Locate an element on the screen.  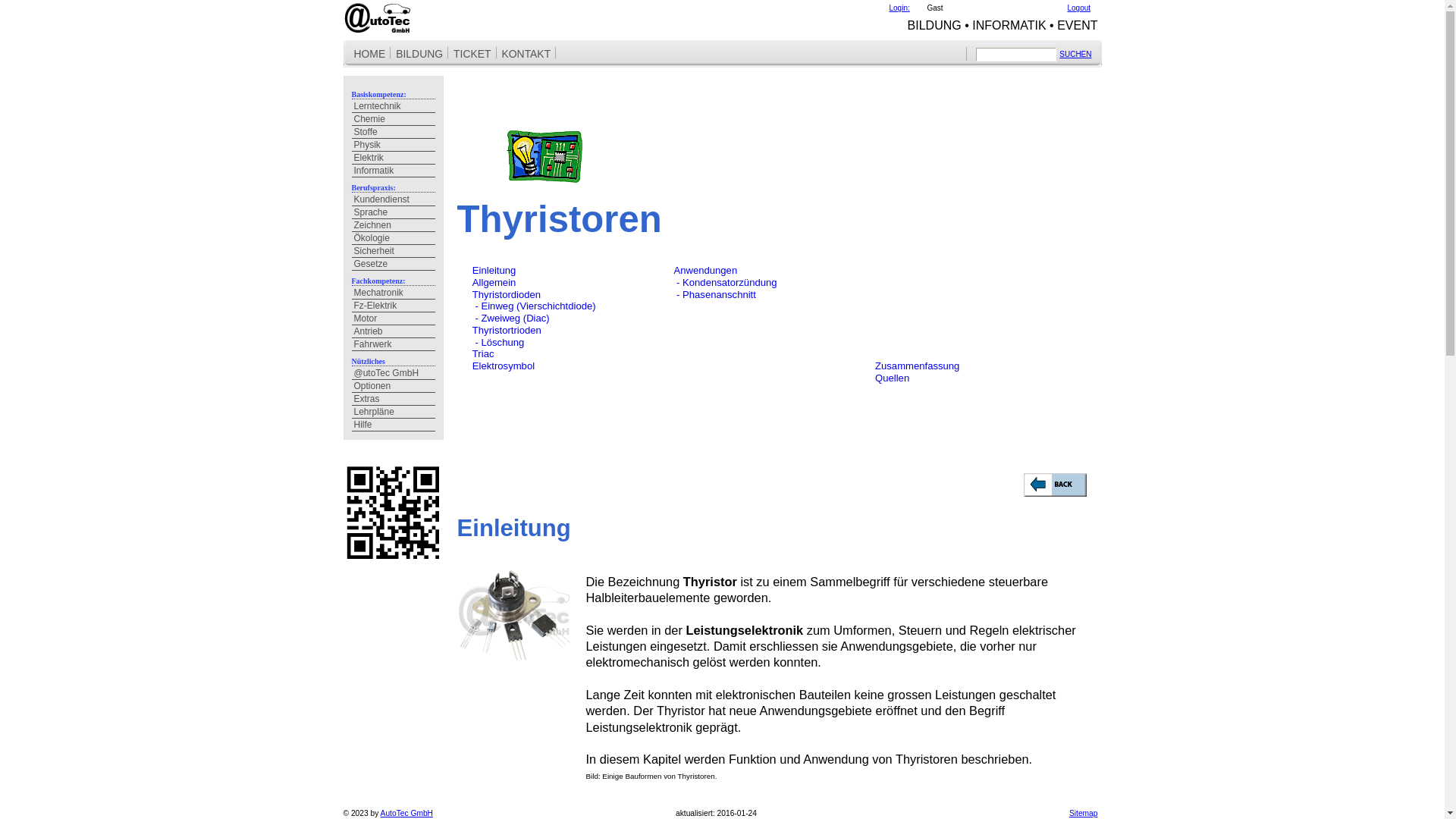
'Informatik' is located at coordinates (393, 171).